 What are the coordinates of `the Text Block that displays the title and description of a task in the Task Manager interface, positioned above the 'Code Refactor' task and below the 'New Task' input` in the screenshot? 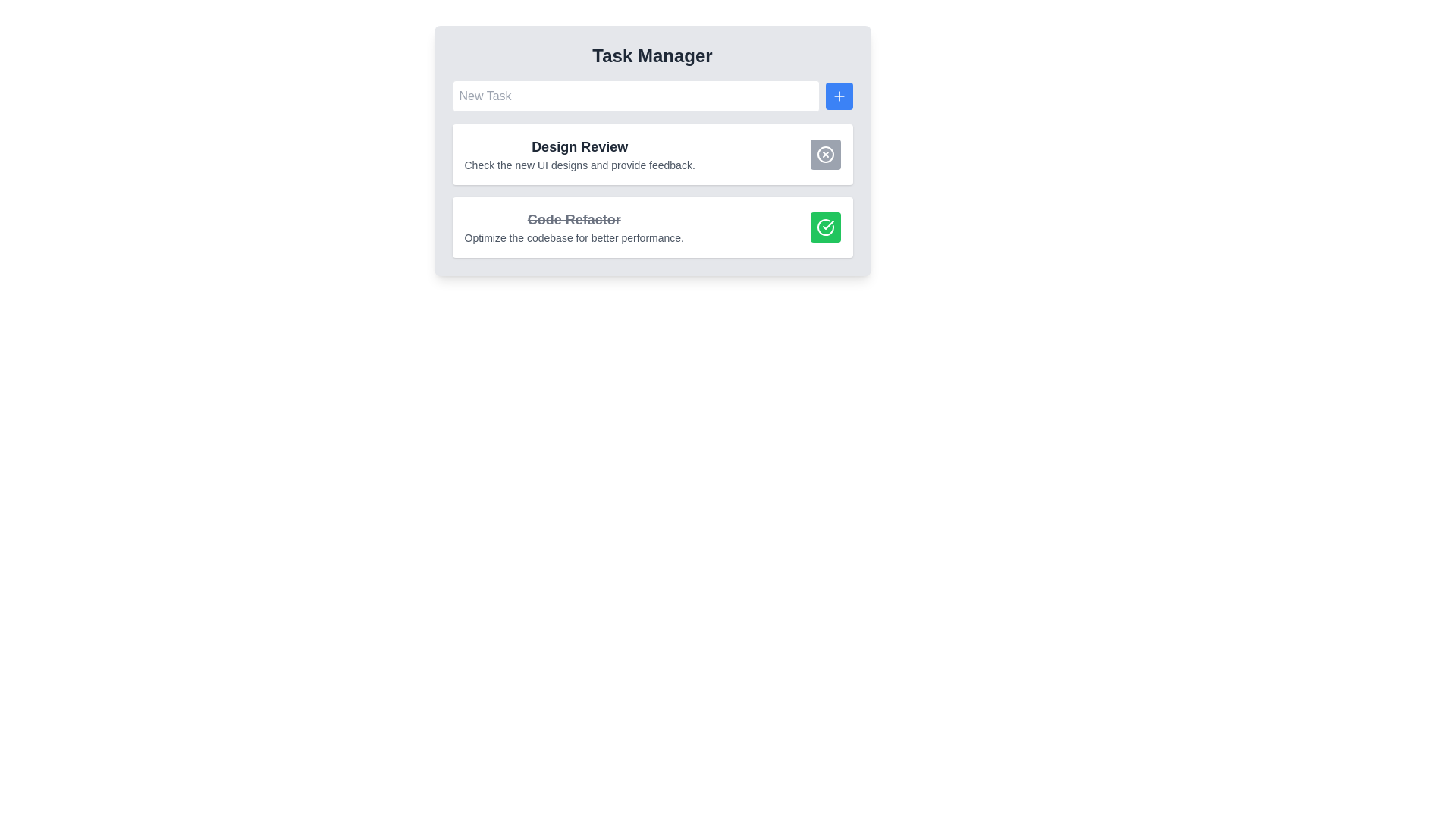 It's located at (579, 155).